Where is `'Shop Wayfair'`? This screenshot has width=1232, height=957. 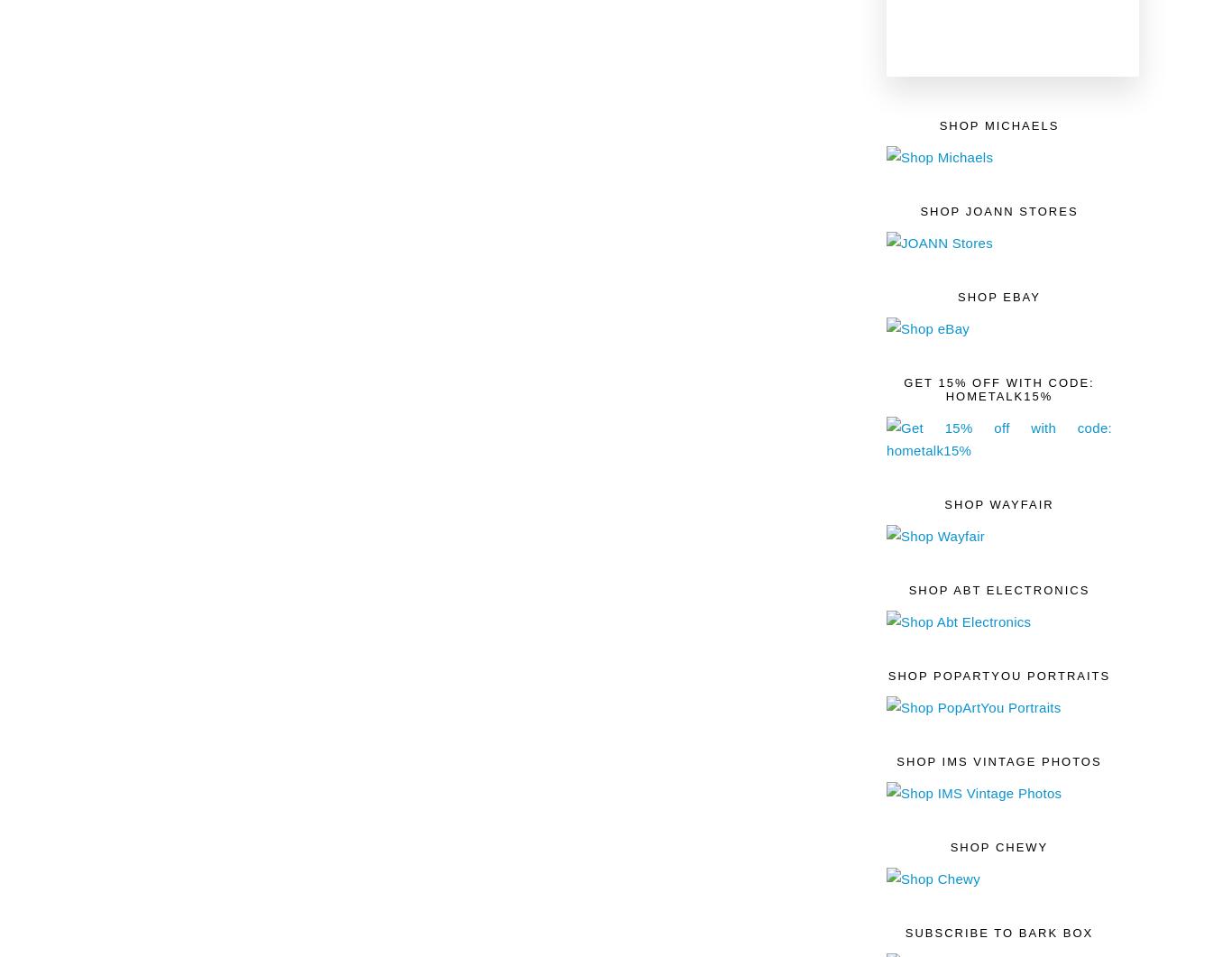 'Shop Wayfair' is located at coordinates (998, 502).